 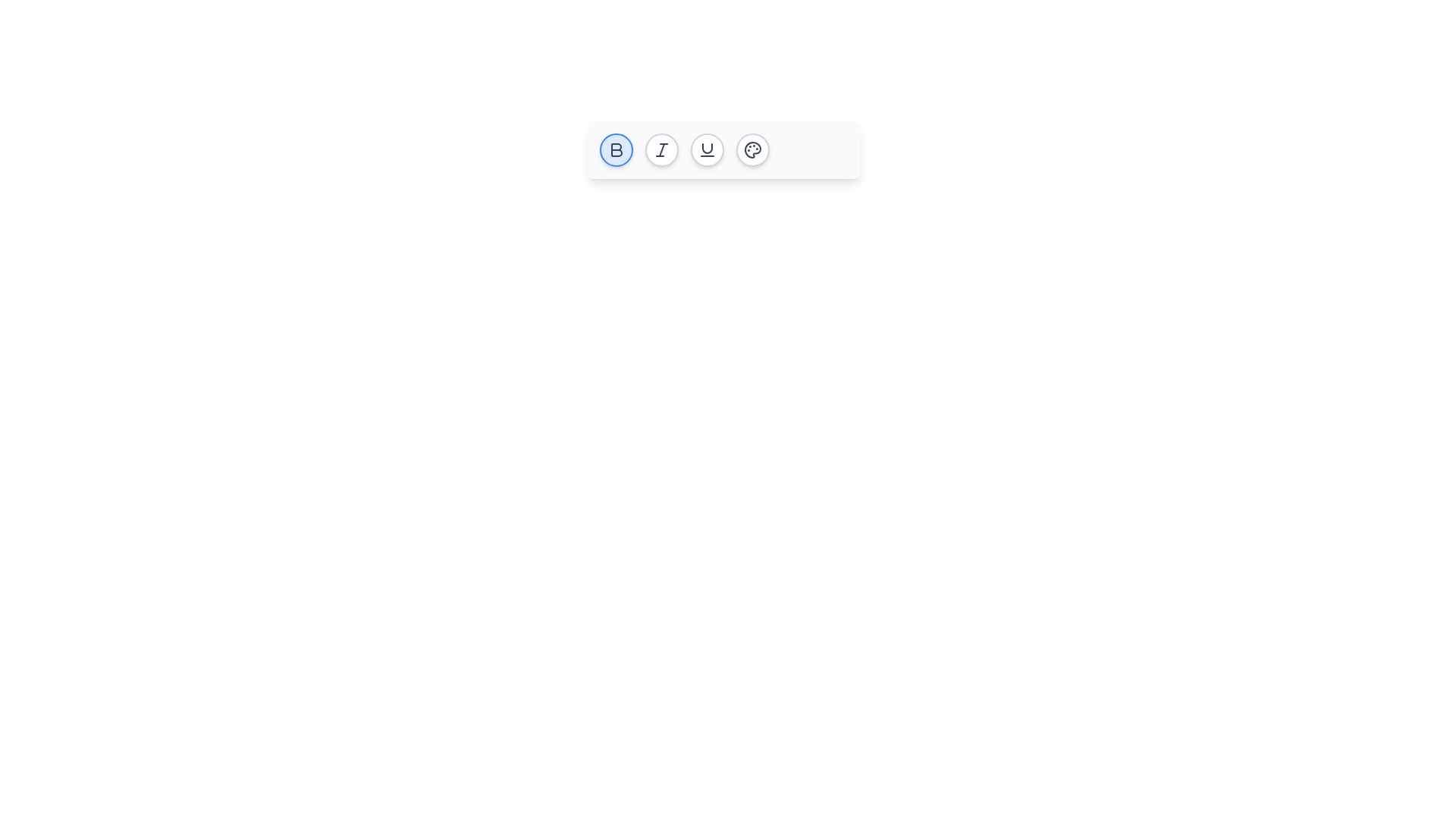 I want to click on the italic formatting icon, which is the second icon from the left in a row of four circular icons, to apply italic styling to the text, so click(x=662, y=149).